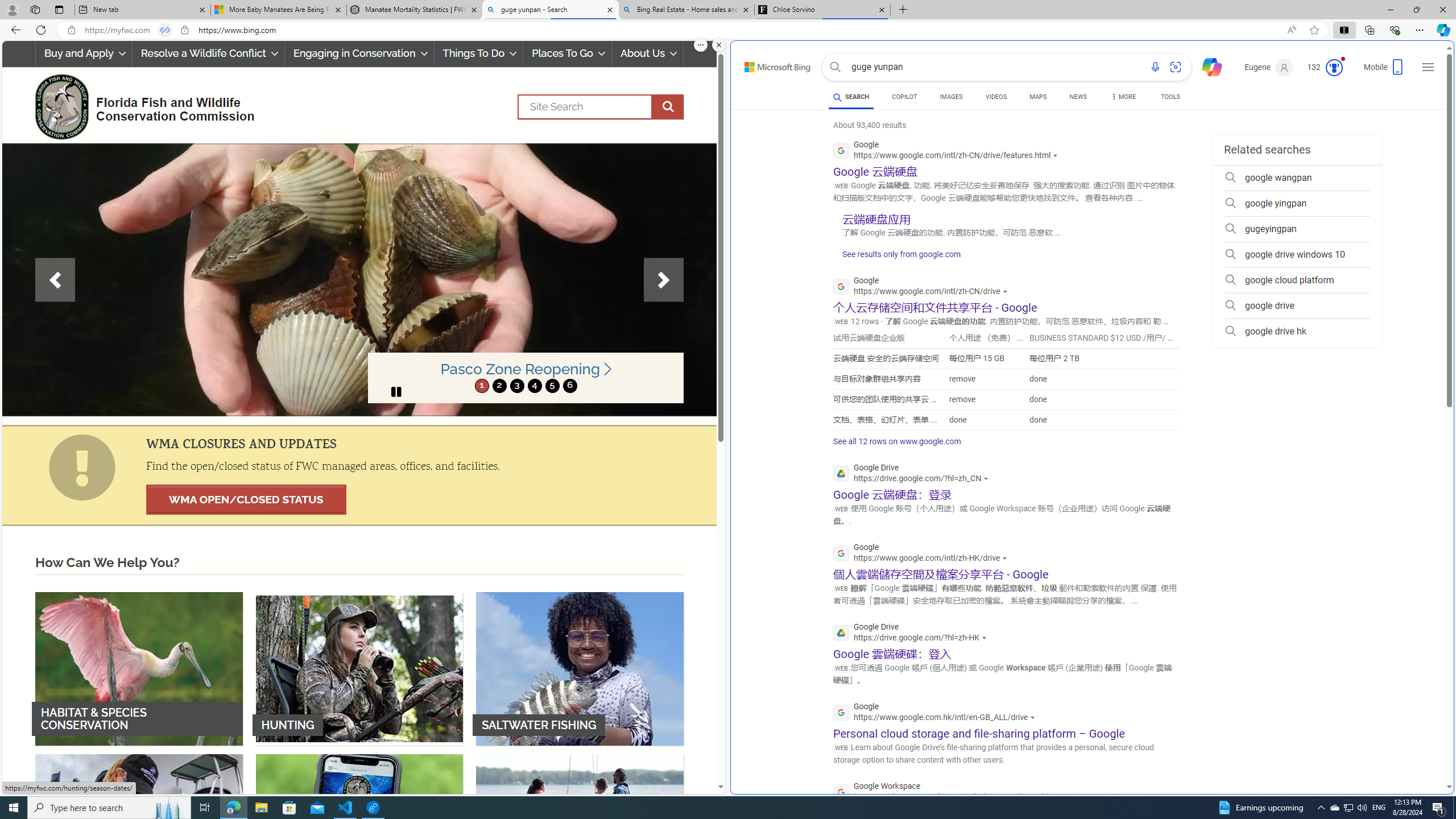 This screenshot has width=1456, height=819. I want to click on '2', so click(499, 385).